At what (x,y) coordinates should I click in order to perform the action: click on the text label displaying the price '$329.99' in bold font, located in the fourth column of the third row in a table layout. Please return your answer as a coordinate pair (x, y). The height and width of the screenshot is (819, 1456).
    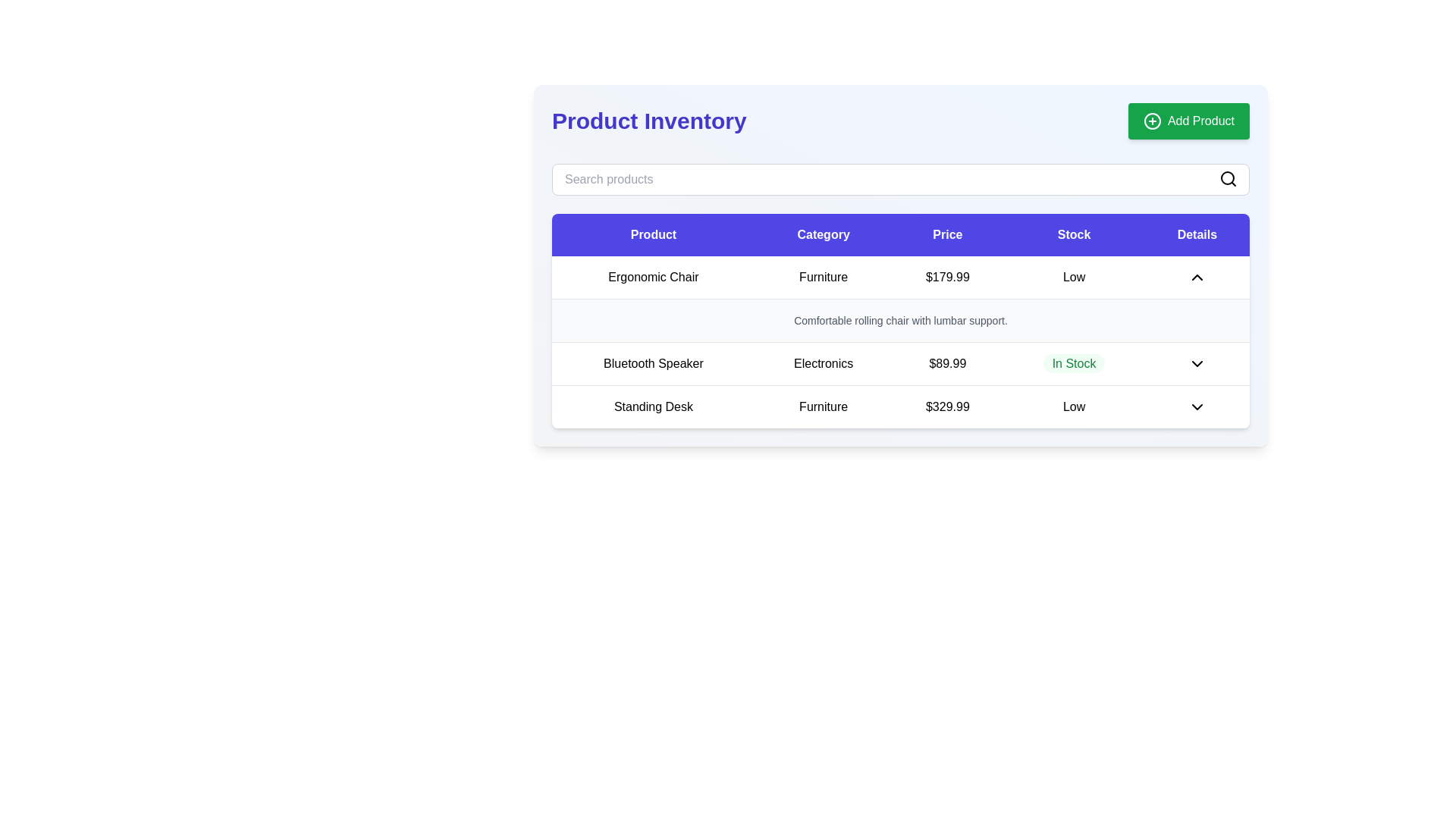
    Looking at the image, I should click on (946, 406).